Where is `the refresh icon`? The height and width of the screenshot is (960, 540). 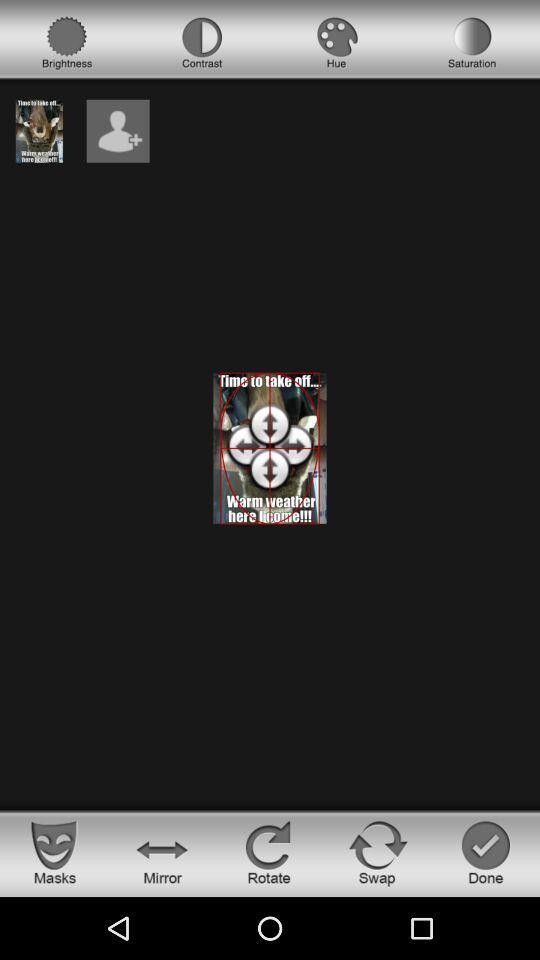 the refresh icon is located at coordinates (270, 851).